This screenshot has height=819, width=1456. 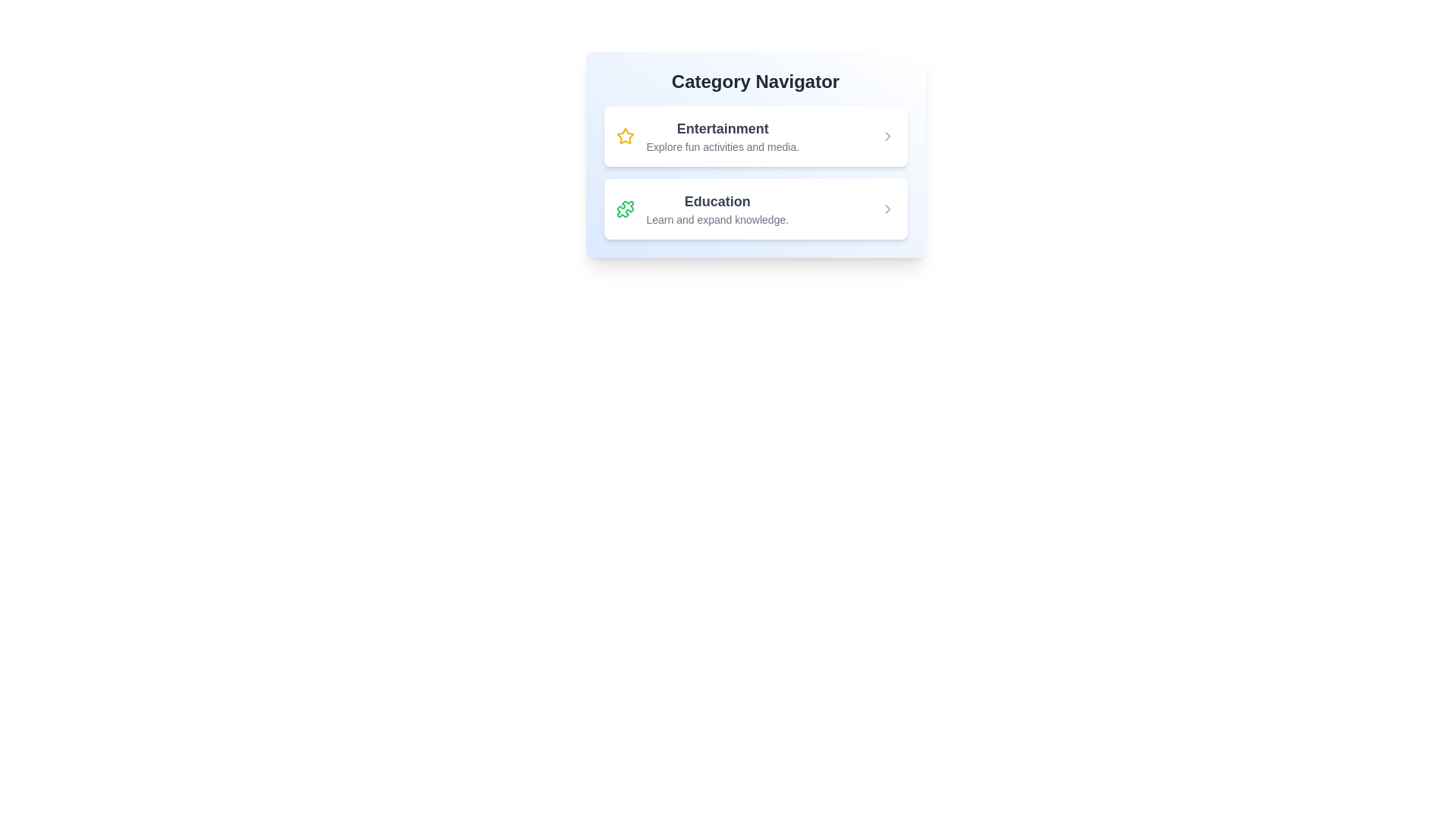 I want to click on the right-facing chevron icon located in the 'Entertainment' section, so click(x=887, y=136).